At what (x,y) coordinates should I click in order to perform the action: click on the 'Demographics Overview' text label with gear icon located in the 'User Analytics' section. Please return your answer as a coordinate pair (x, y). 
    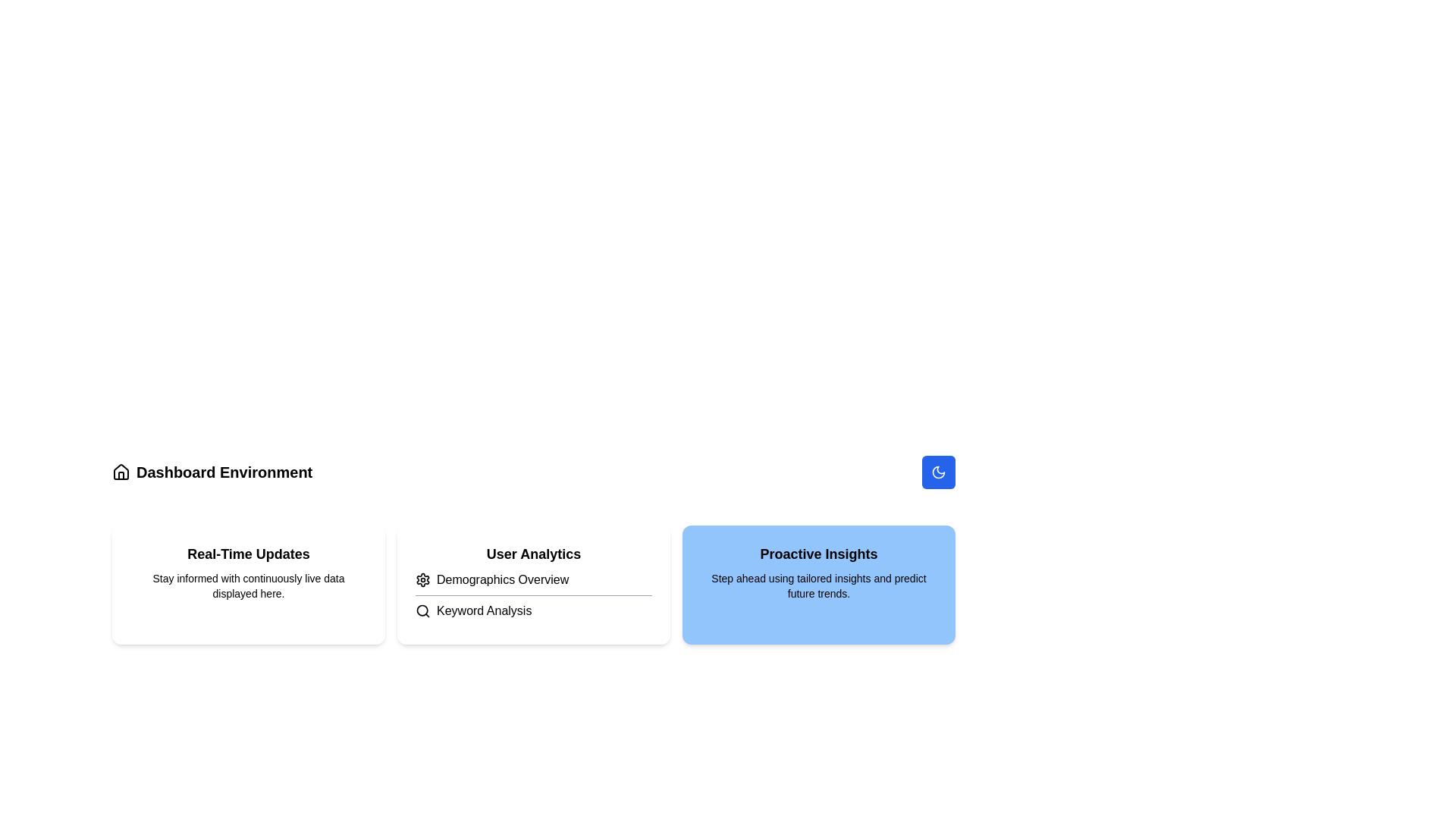
    Looking at the image, I should click on (534, 579).